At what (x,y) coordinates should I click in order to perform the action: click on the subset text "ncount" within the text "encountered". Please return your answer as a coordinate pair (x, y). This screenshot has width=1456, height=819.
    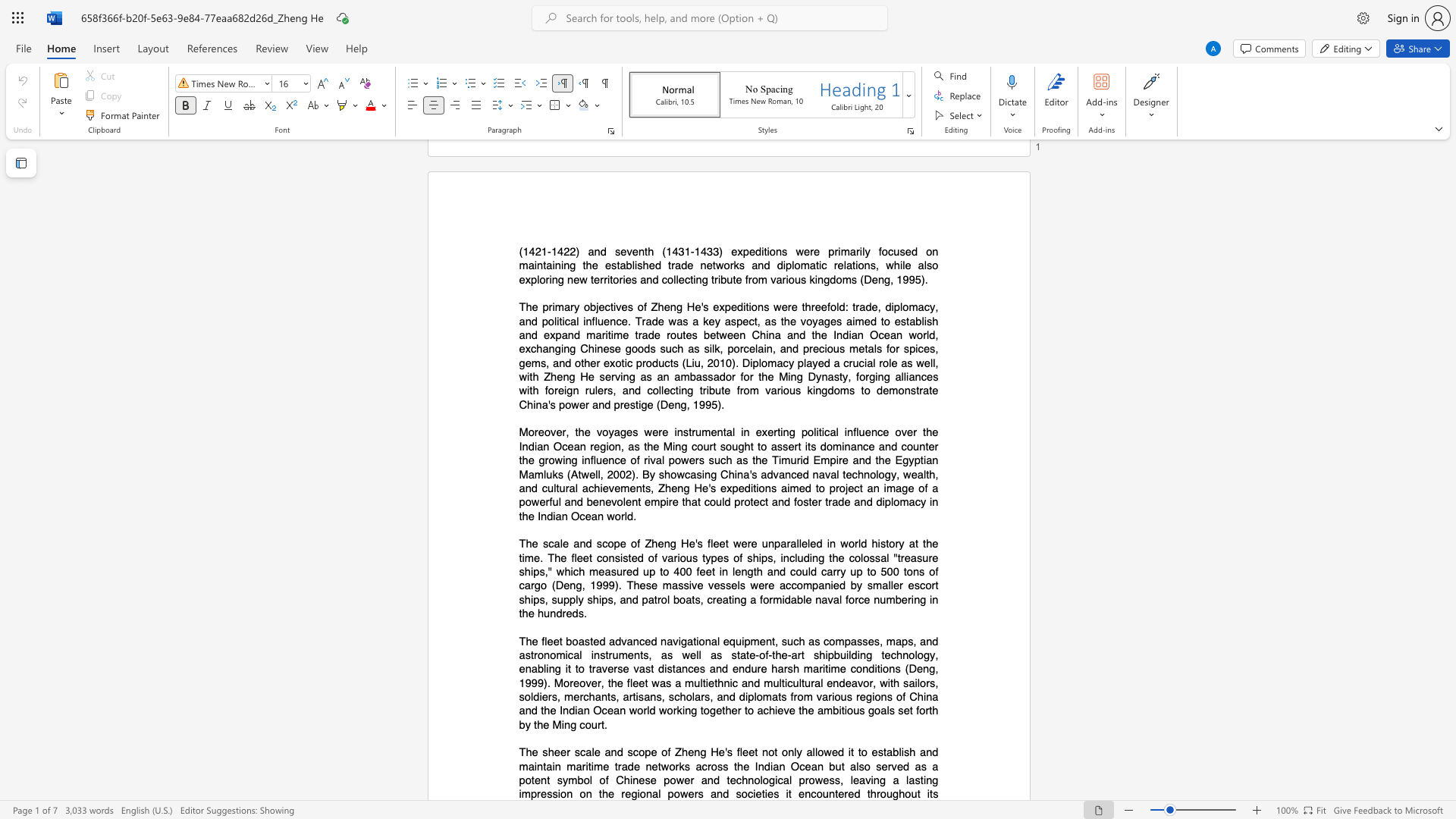
    Looking at the image, I should click on (804, 793).